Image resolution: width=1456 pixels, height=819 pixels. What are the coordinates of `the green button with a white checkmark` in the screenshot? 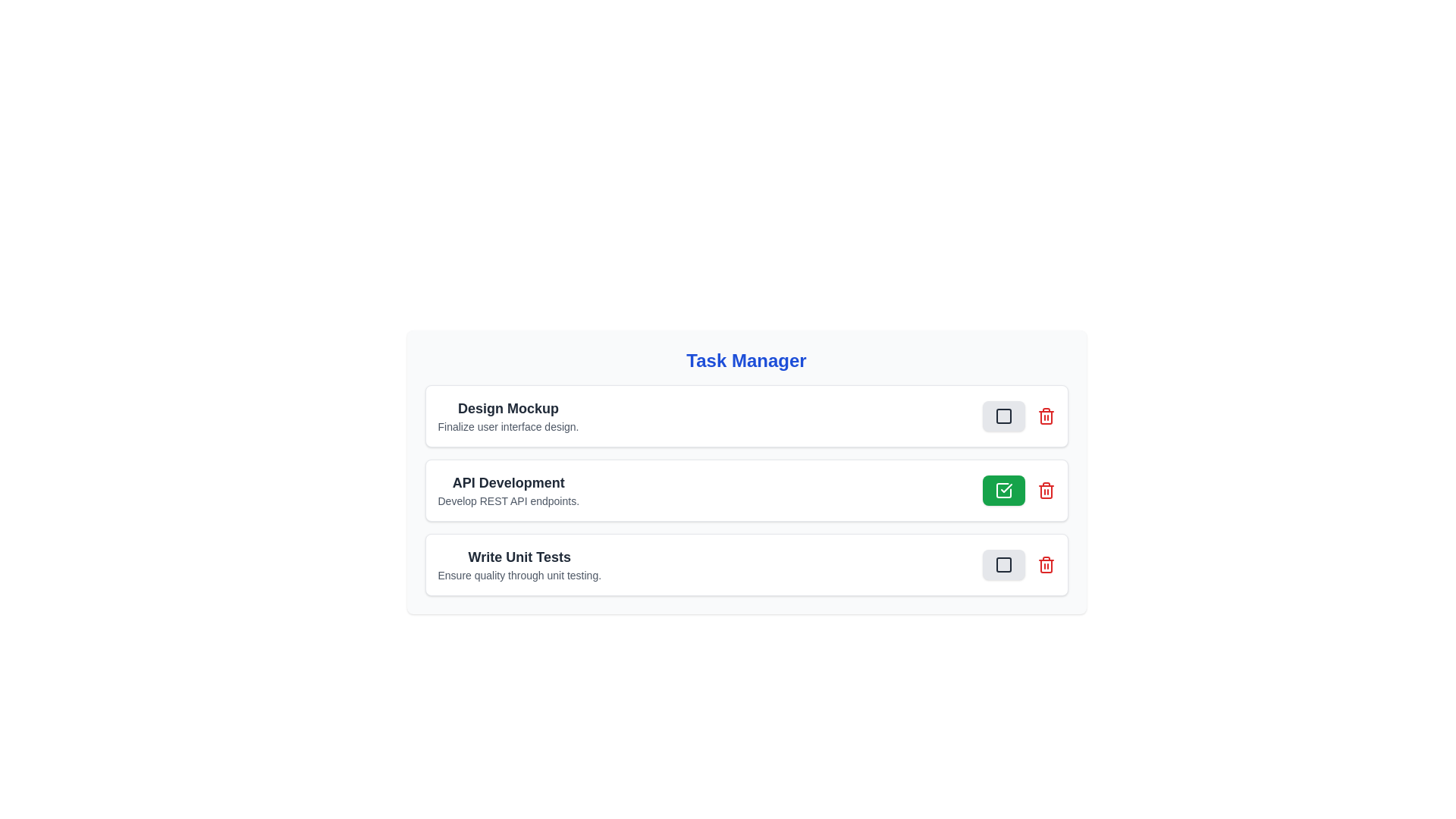 It's located at (1003, 491).